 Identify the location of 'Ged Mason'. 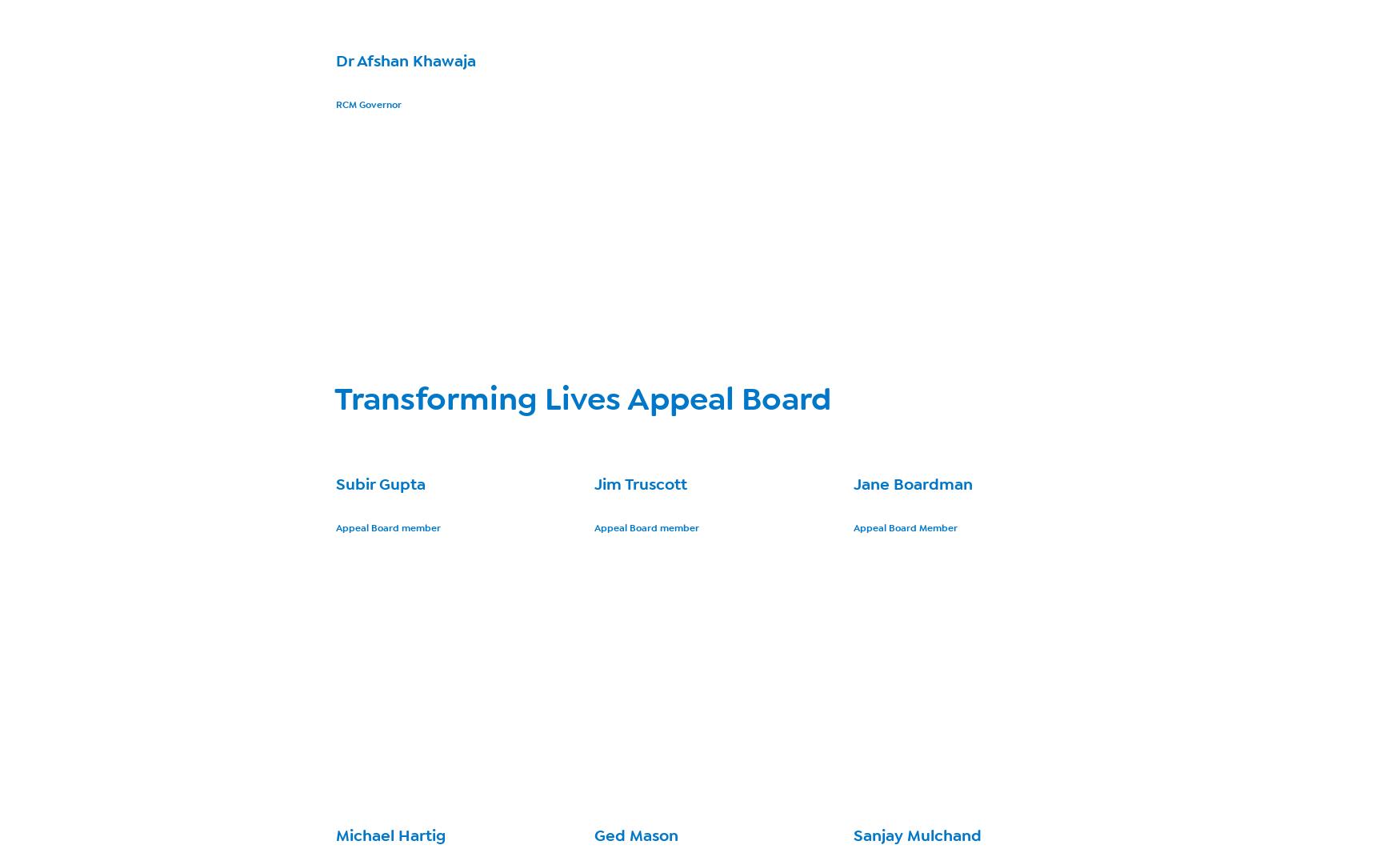
(635, 835).